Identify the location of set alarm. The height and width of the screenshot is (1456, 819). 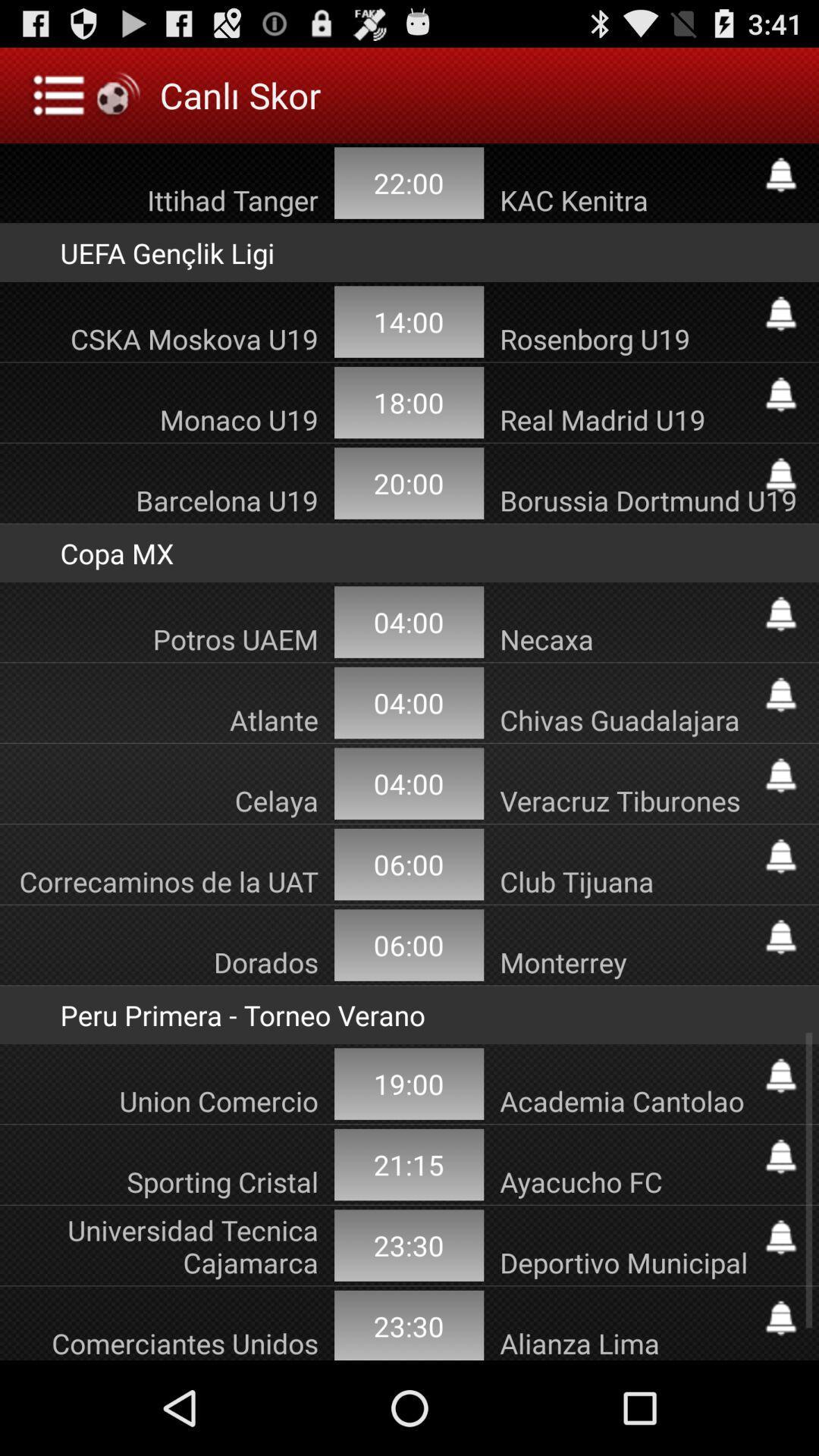
(780, 694).